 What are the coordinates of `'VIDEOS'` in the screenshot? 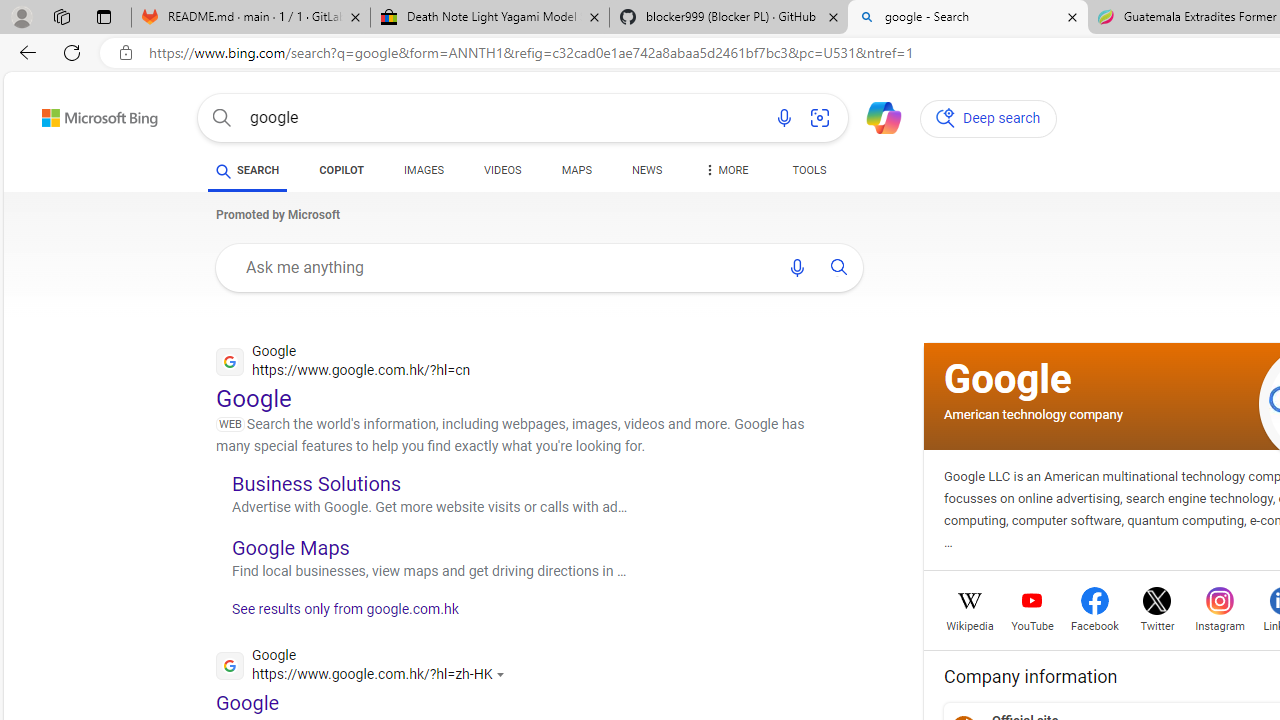 It's located at (503, 170).